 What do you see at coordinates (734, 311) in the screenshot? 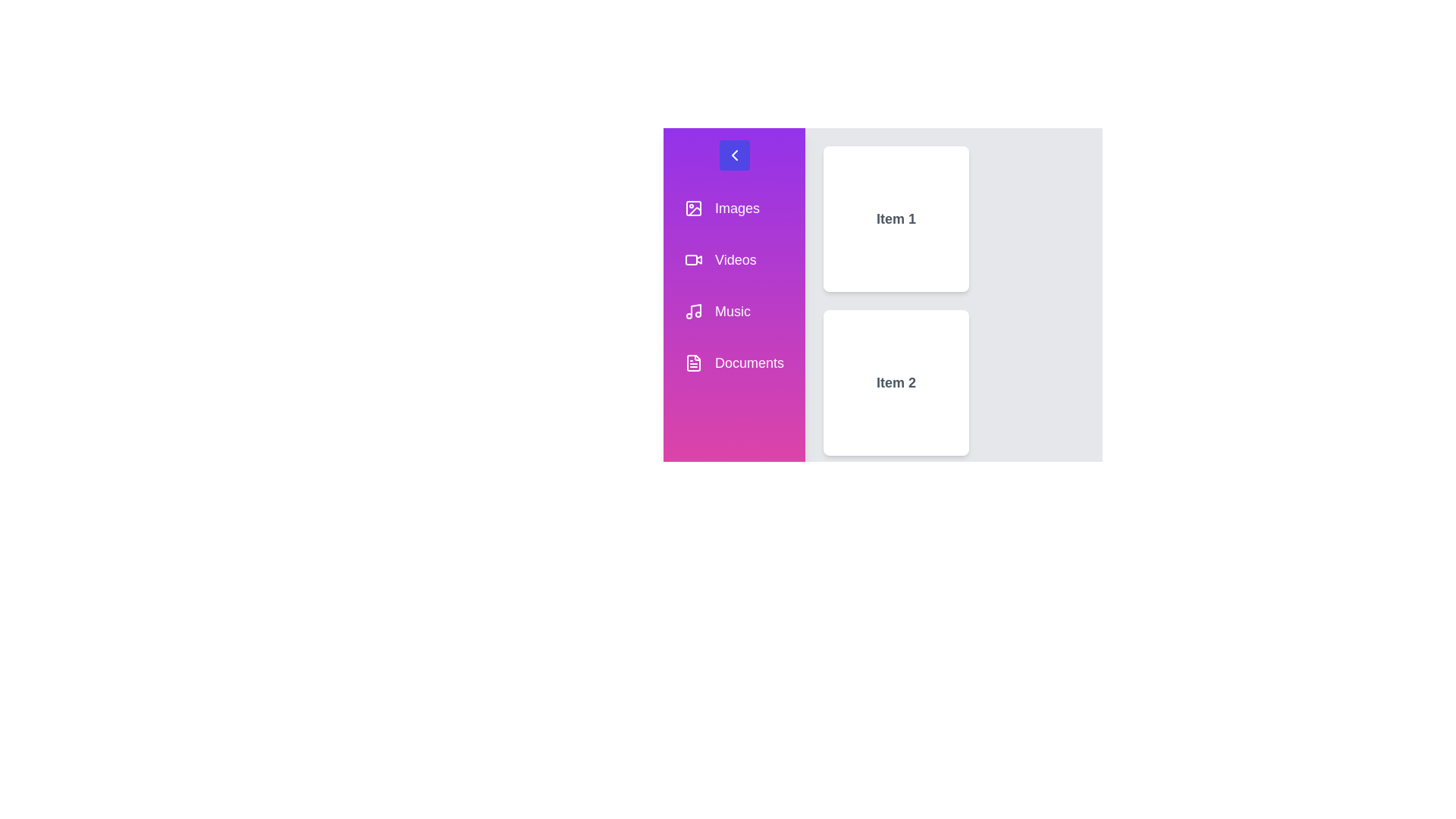
I see `the sidebar menu item labeled Music` at bounding box center [734, 311].